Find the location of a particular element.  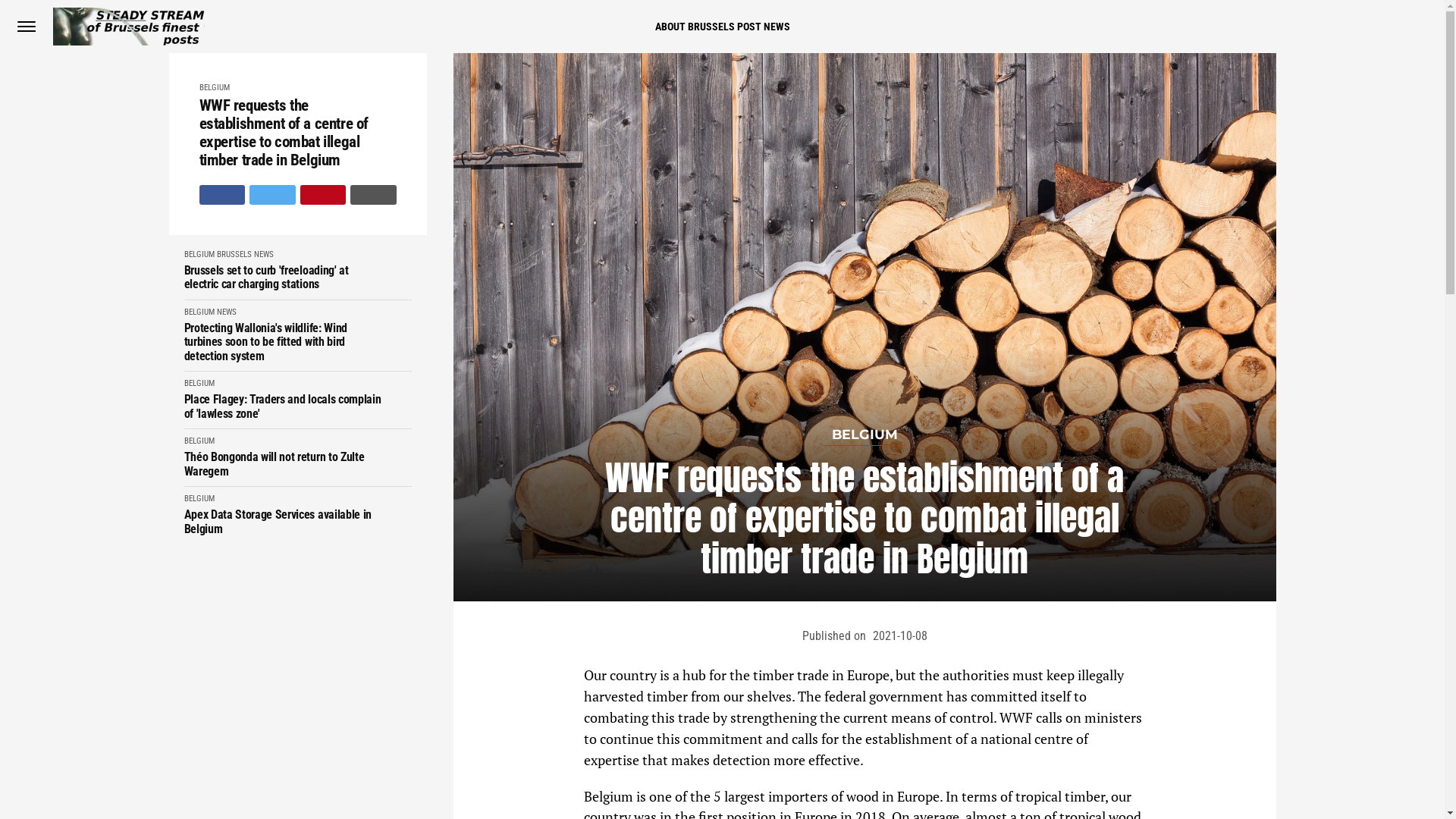

'Share on Facebook' is located at coordinates (221, 194).